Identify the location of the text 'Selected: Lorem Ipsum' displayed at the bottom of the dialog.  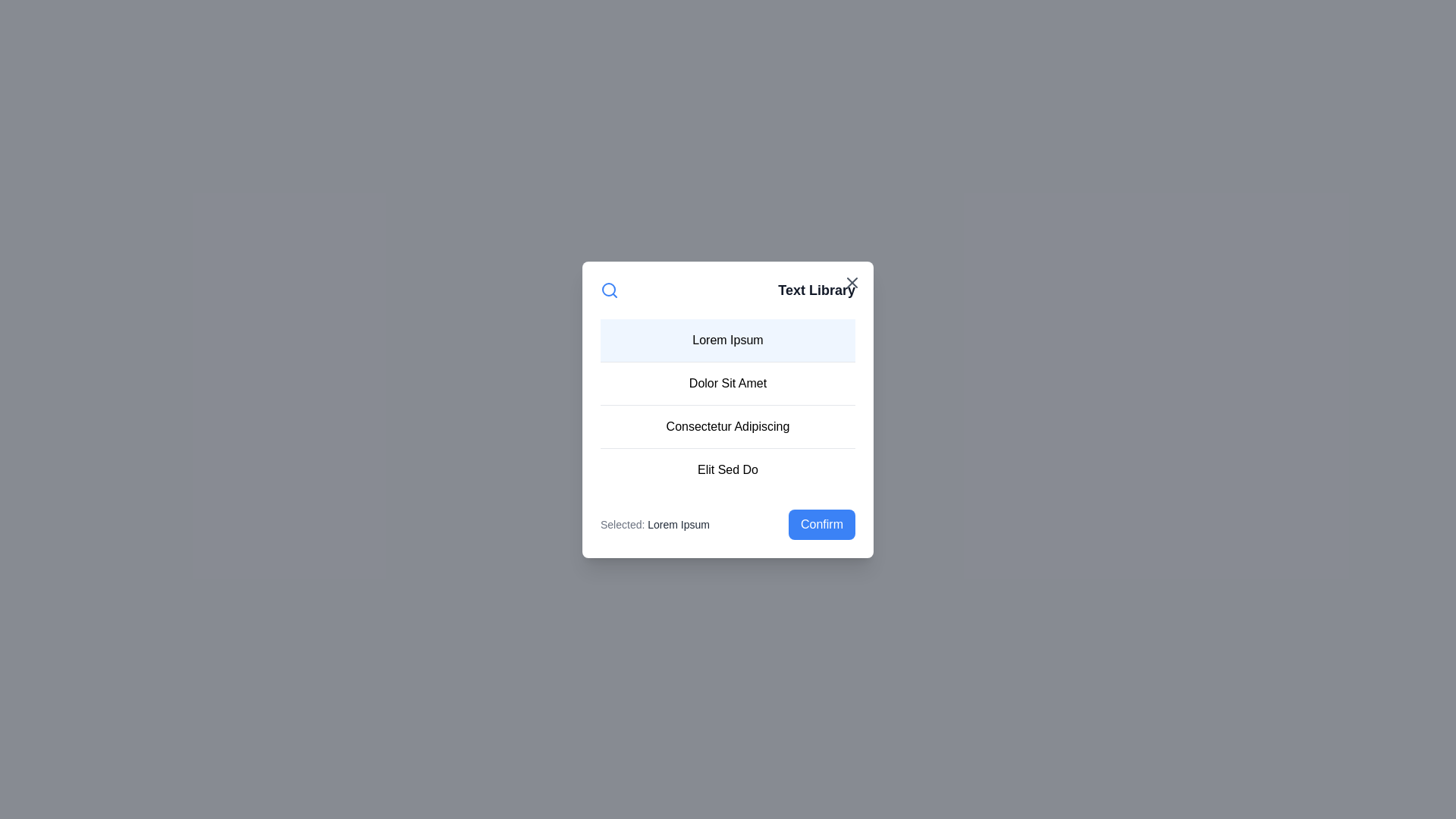
(655, 523).